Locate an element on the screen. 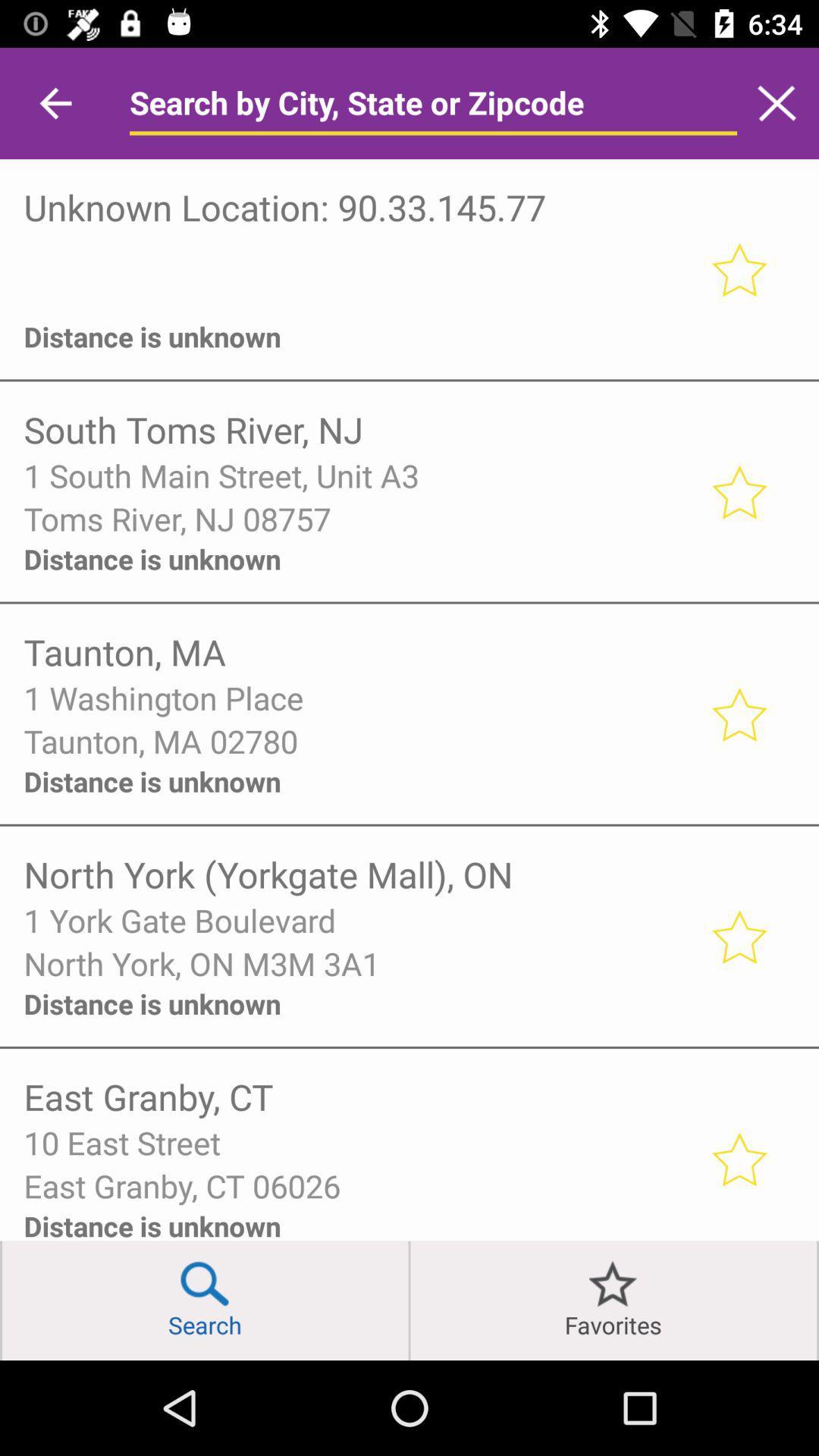 This screenshot has height=1456, width=819. favorite is located at coordinates (738, 935).